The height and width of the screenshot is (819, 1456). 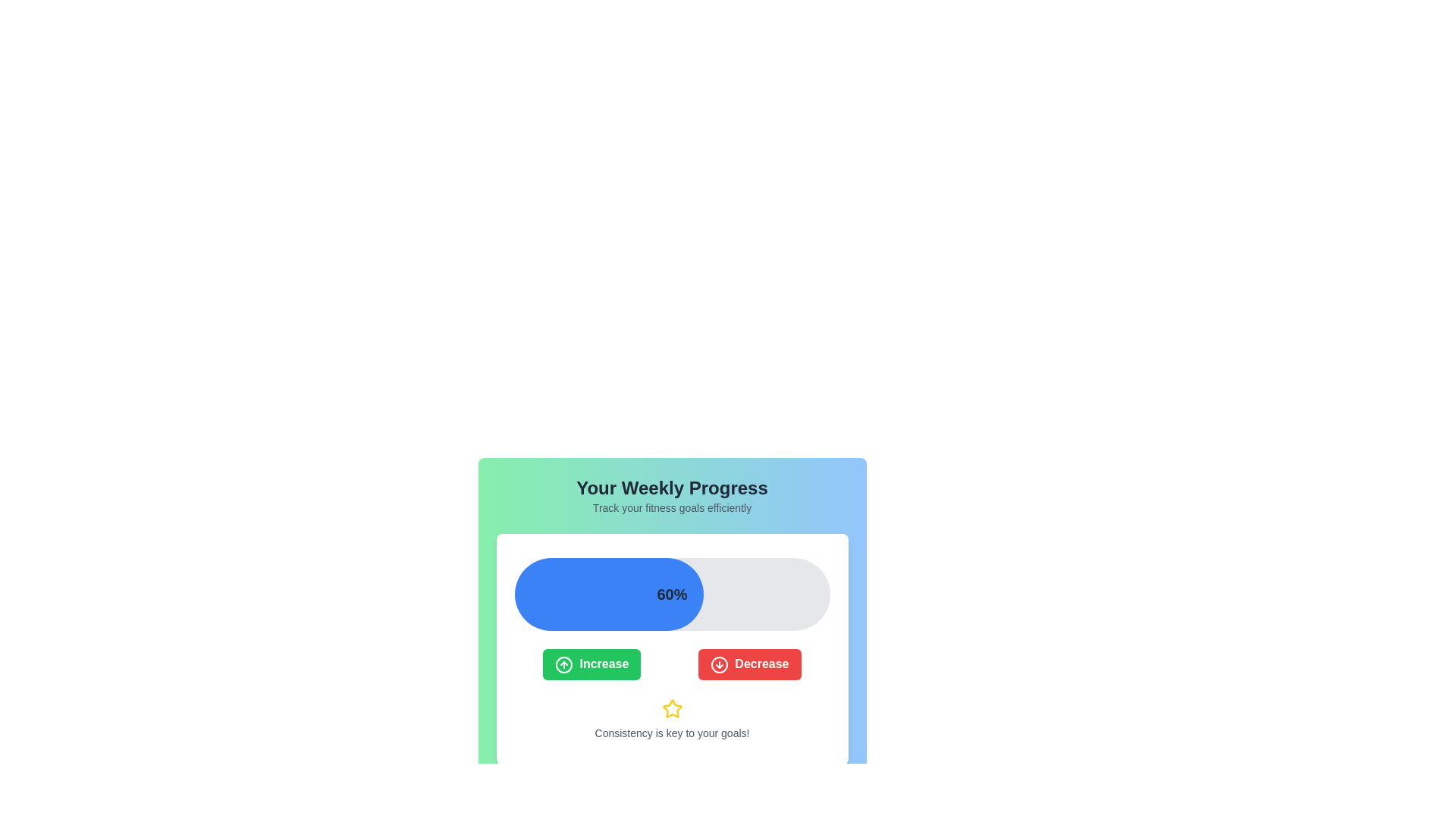 What do you see at coordinates (671, 708) in the screenshot?
I see `the icon located at the bottom center of the card-like component, positioned below the 'Increase' and 'Decrease' buttons and above the text 'Consistency is key to your goals'` at bounding box center [671, 708].